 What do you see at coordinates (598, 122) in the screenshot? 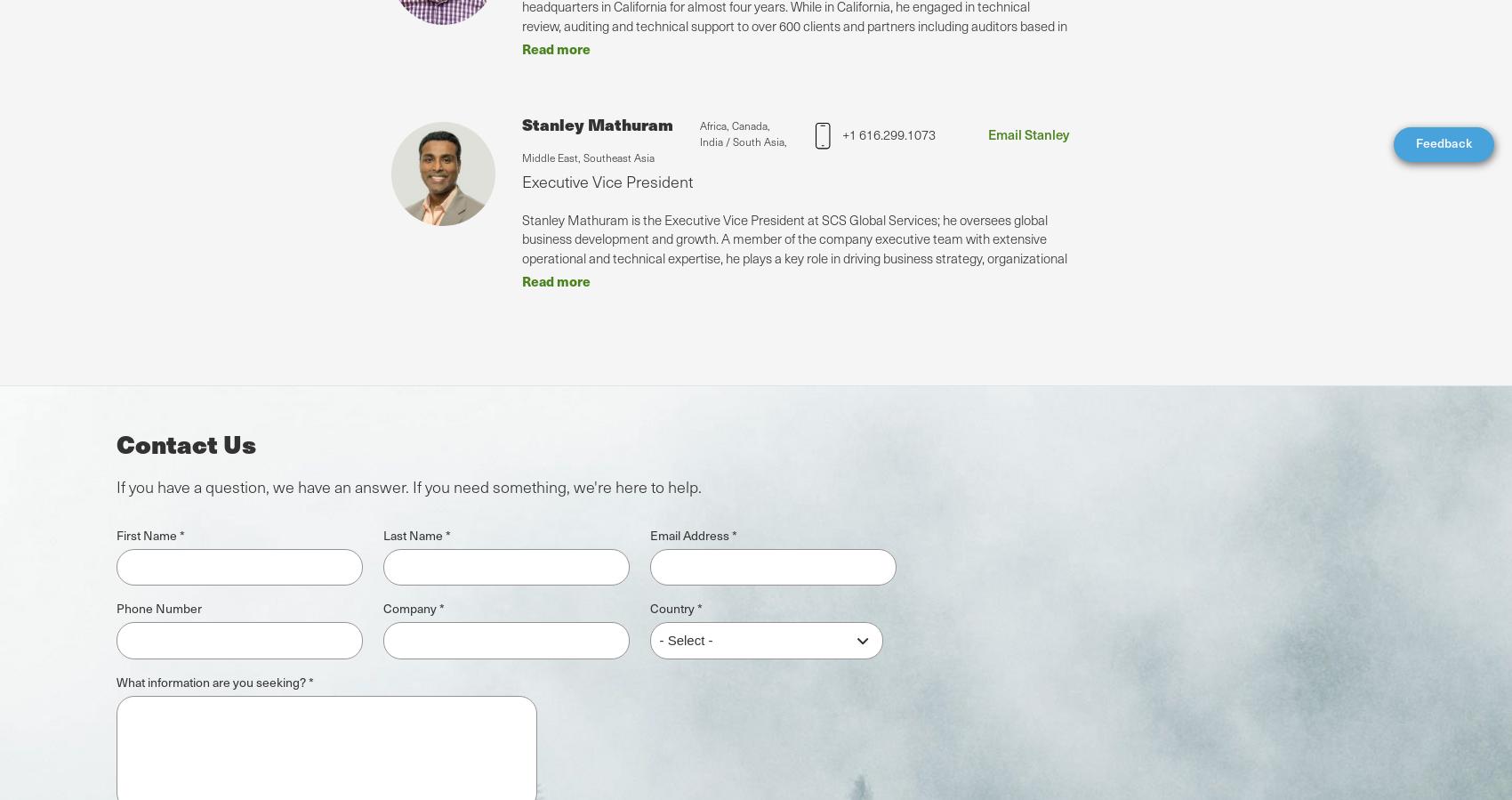
I see `'Stanley Mathuram'` at bounding box center [598, 122].